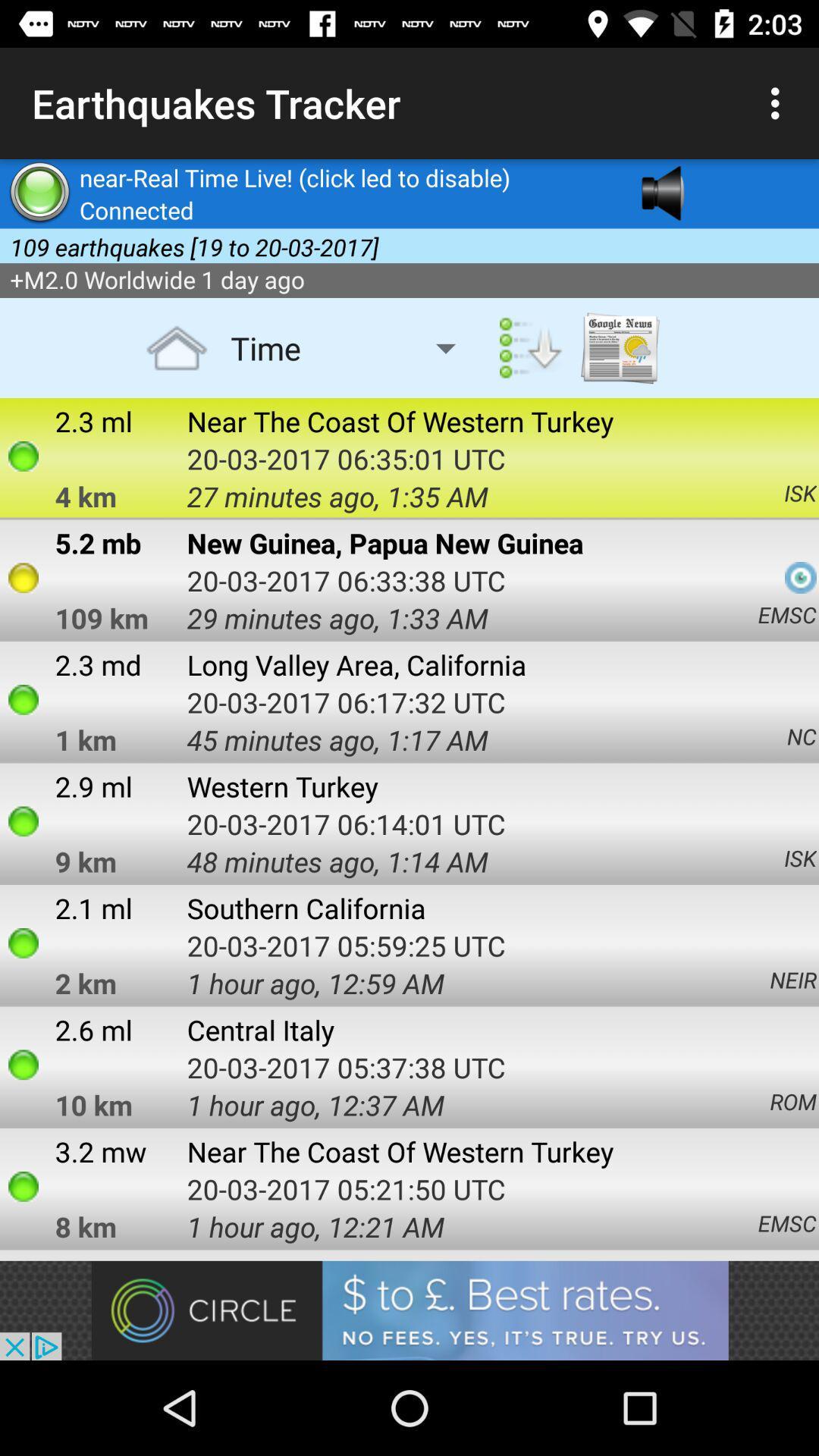 The height and width of the screenshot is (1456, 819). I want to click on the home icon, so click(176, 347).